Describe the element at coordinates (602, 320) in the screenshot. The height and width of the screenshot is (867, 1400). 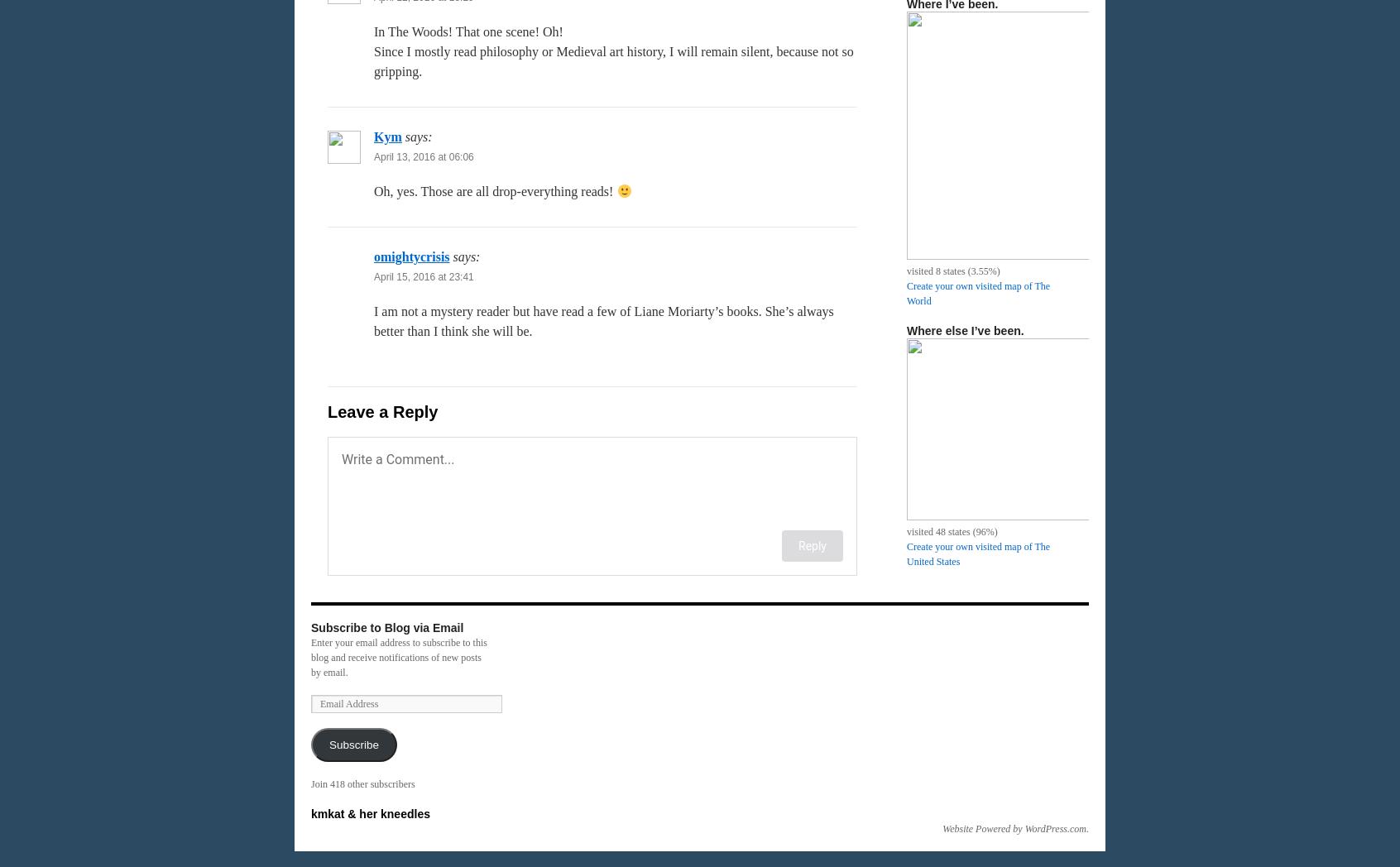
I see `'I am not a mystery reader but have read a few of Liane Moriarty’s books. She’s always better than I think she will be.'` at that location.